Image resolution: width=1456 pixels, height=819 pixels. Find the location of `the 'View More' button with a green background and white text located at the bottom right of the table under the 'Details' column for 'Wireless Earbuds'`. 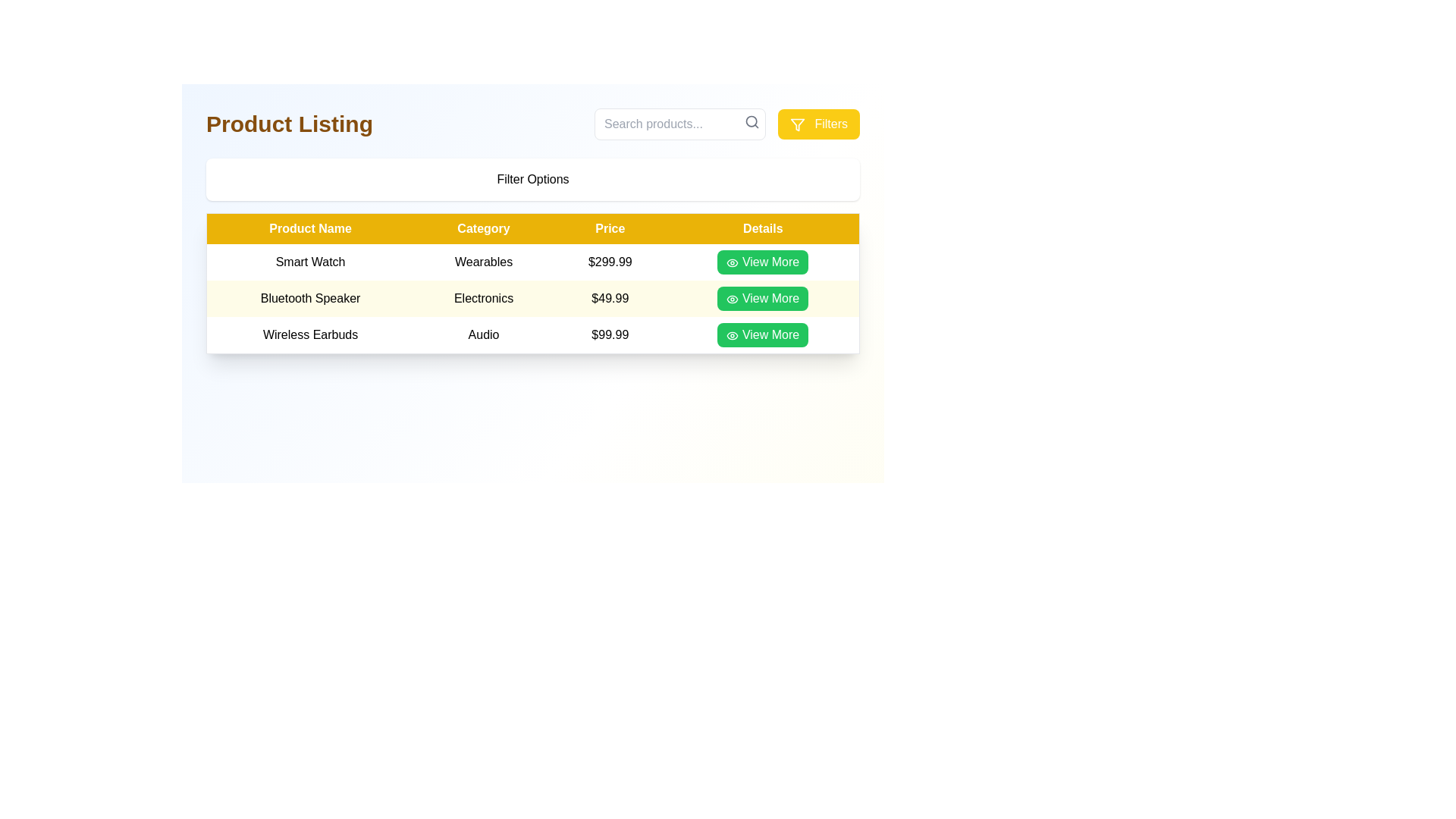

the 'View More' button with a green background and white text located at the bottom right of the table under the 'Details' column for 'Wireless Earbuds' is located at coordinates (763, 334).